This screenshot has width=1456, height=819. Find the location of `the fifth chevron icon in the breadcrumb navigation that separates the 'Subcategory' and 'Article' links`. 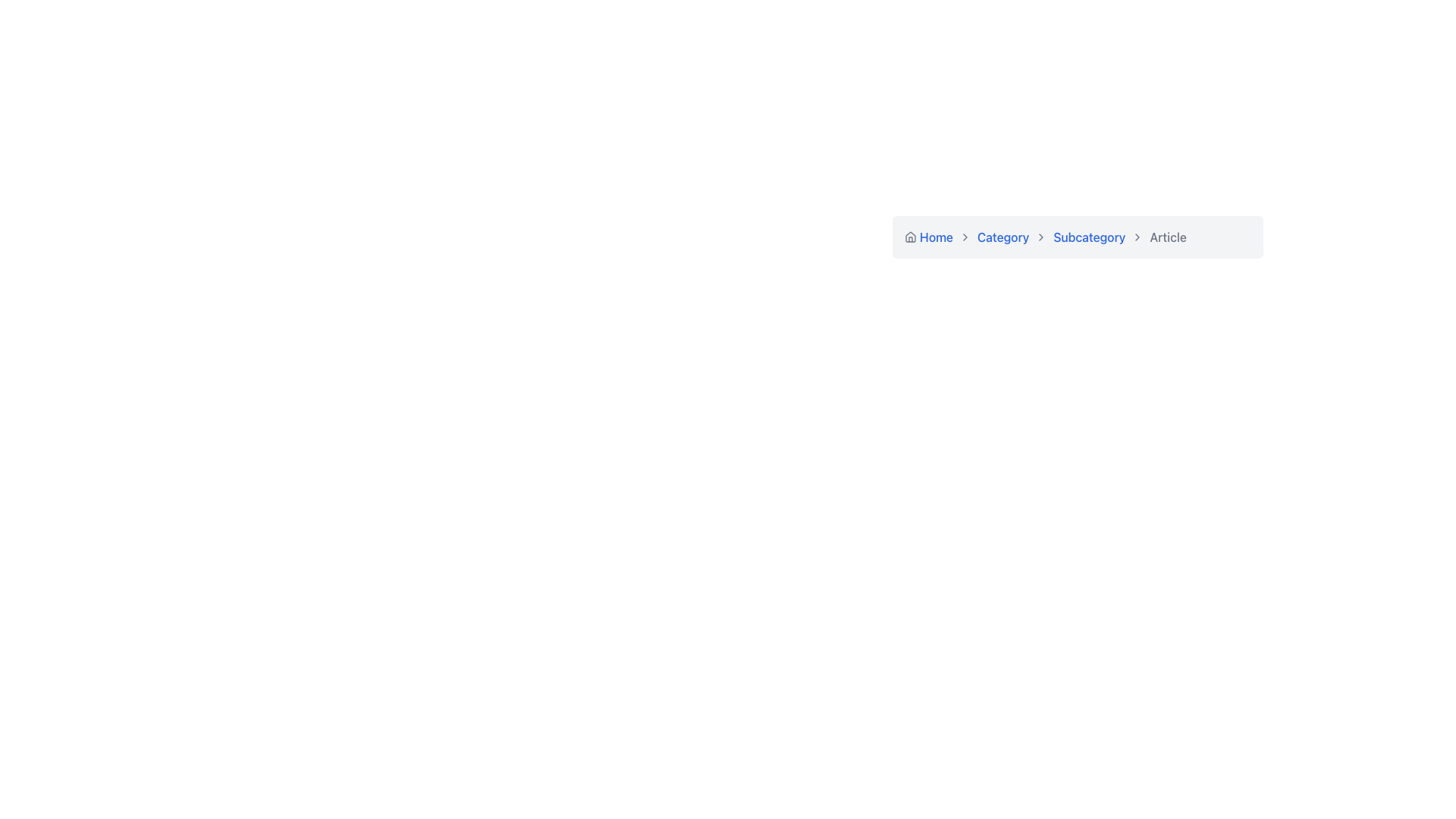

the fifth chevron icon in the breadcrumb navigation that separates the 'Subcategory' and 'Article' links is located at coordinates (1137, 237).